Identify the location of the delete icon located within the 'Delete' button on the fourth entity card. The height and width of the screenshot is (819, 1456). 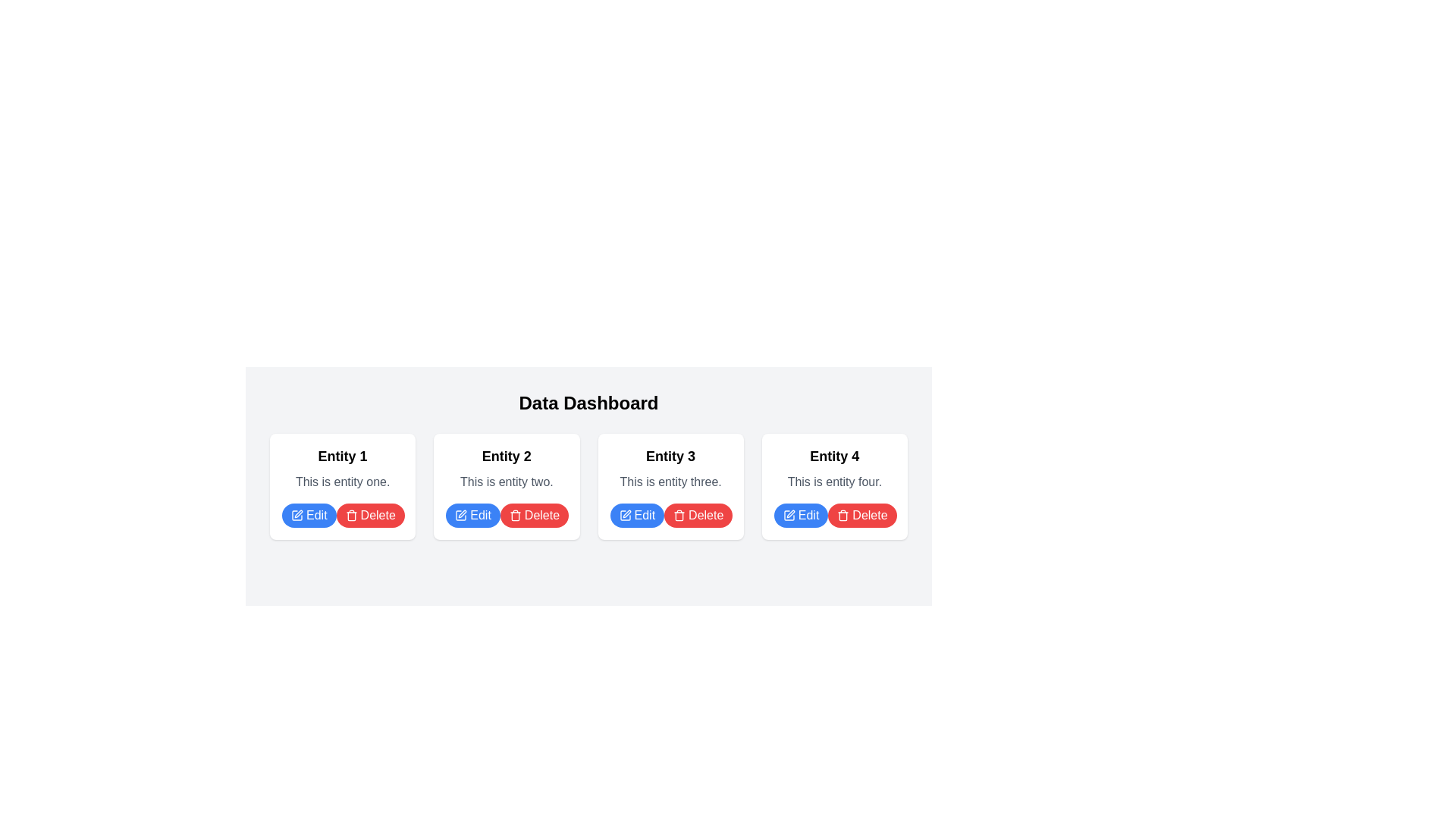
(843, 514).